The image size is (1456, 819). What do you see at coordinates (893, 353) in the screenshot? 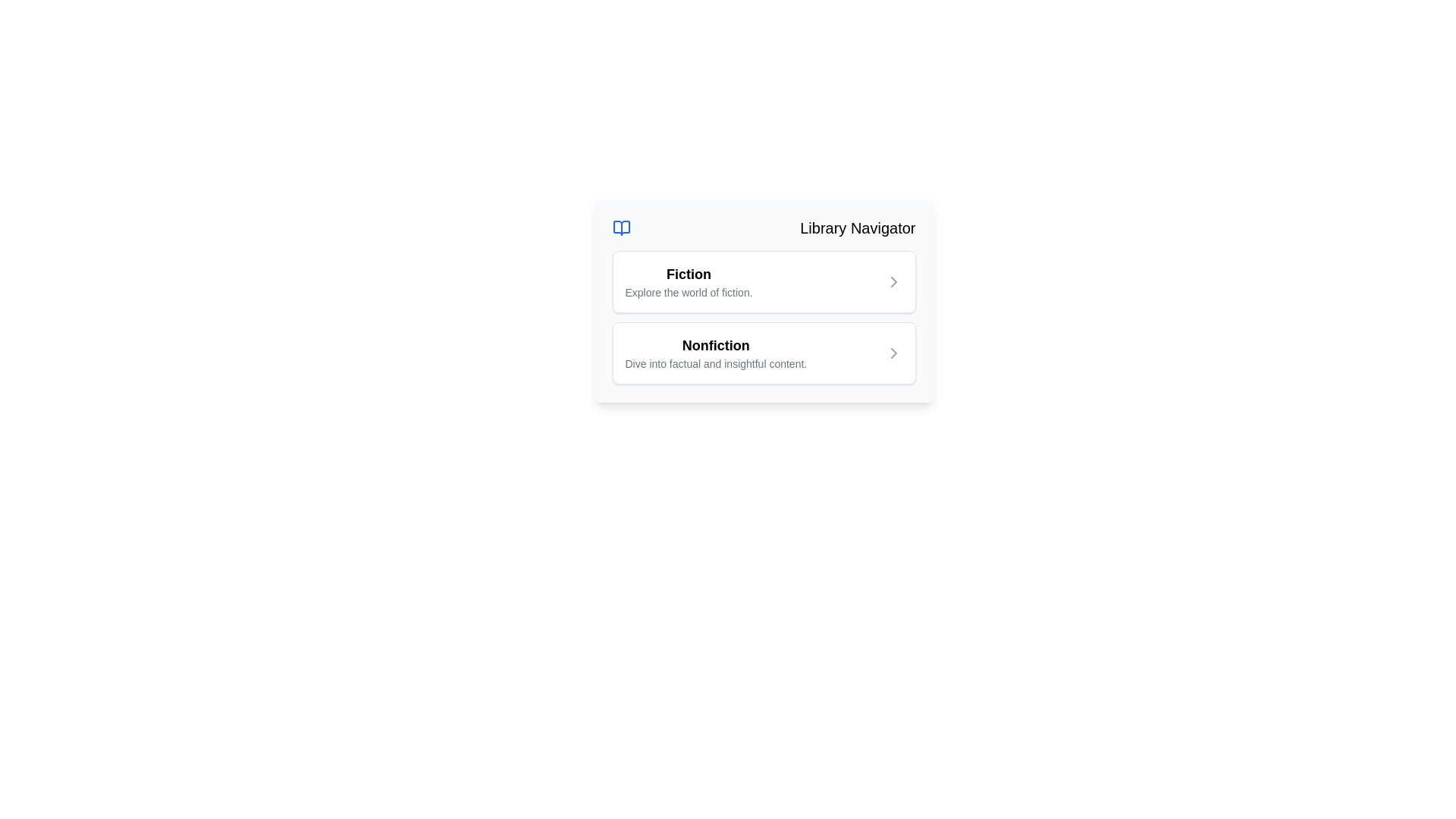
I see `the small gray chevron icon pointing to the right, located in the second row of the library navigator card, next to the Nonfiction section's text` at bounding box center [893, 353].